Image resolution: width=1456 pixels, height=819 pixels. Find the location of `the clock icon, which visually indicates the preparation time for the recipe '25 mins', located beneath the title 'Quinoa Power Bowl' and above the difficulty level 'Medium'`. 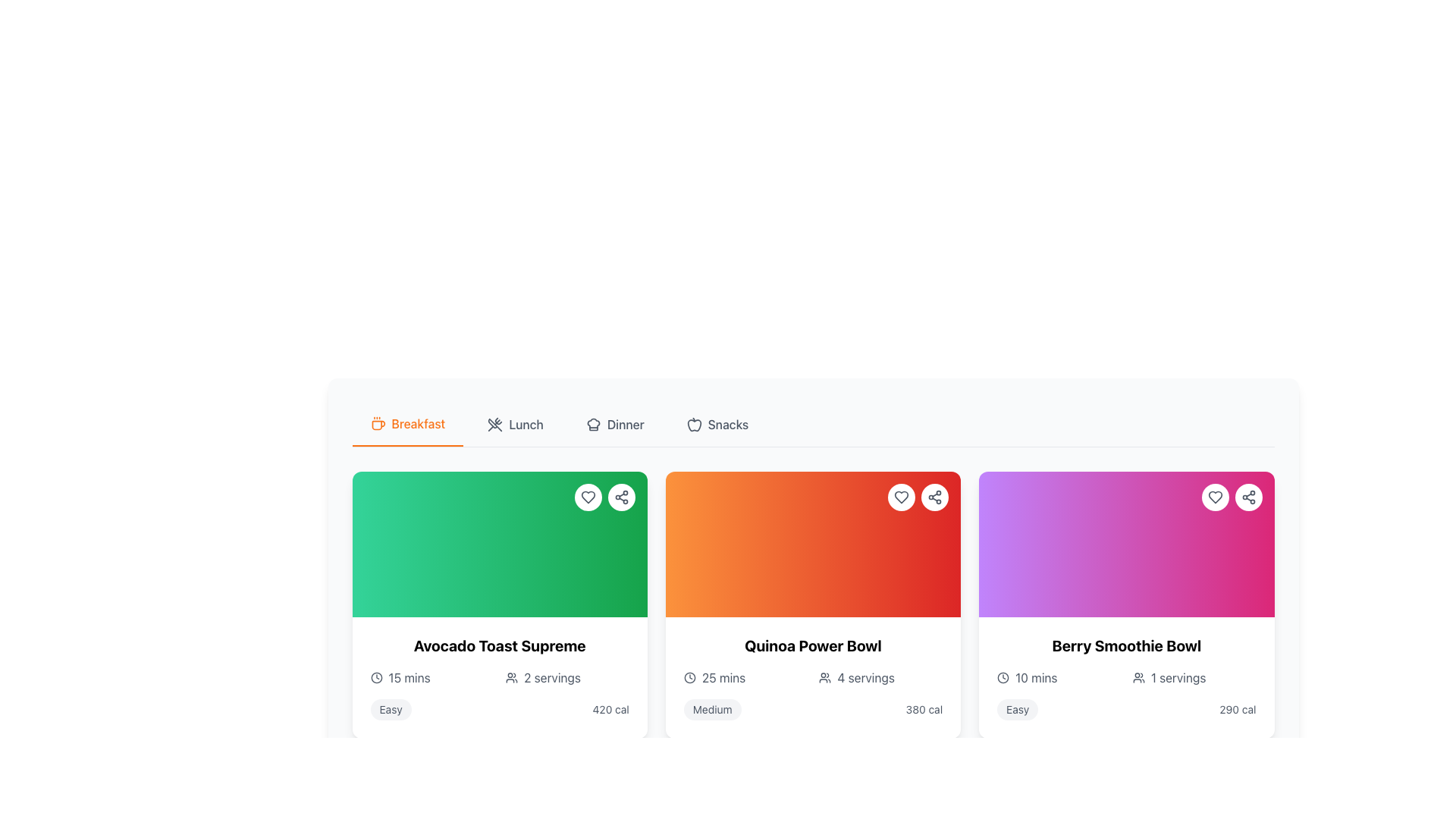

the clock icon, which visually indicates the preparation time for the recipe '25 mins', located beneath the title 'Quinoa Power Bowl' and above the difficulty level 'Medium' is located at coordinates (689, 677).